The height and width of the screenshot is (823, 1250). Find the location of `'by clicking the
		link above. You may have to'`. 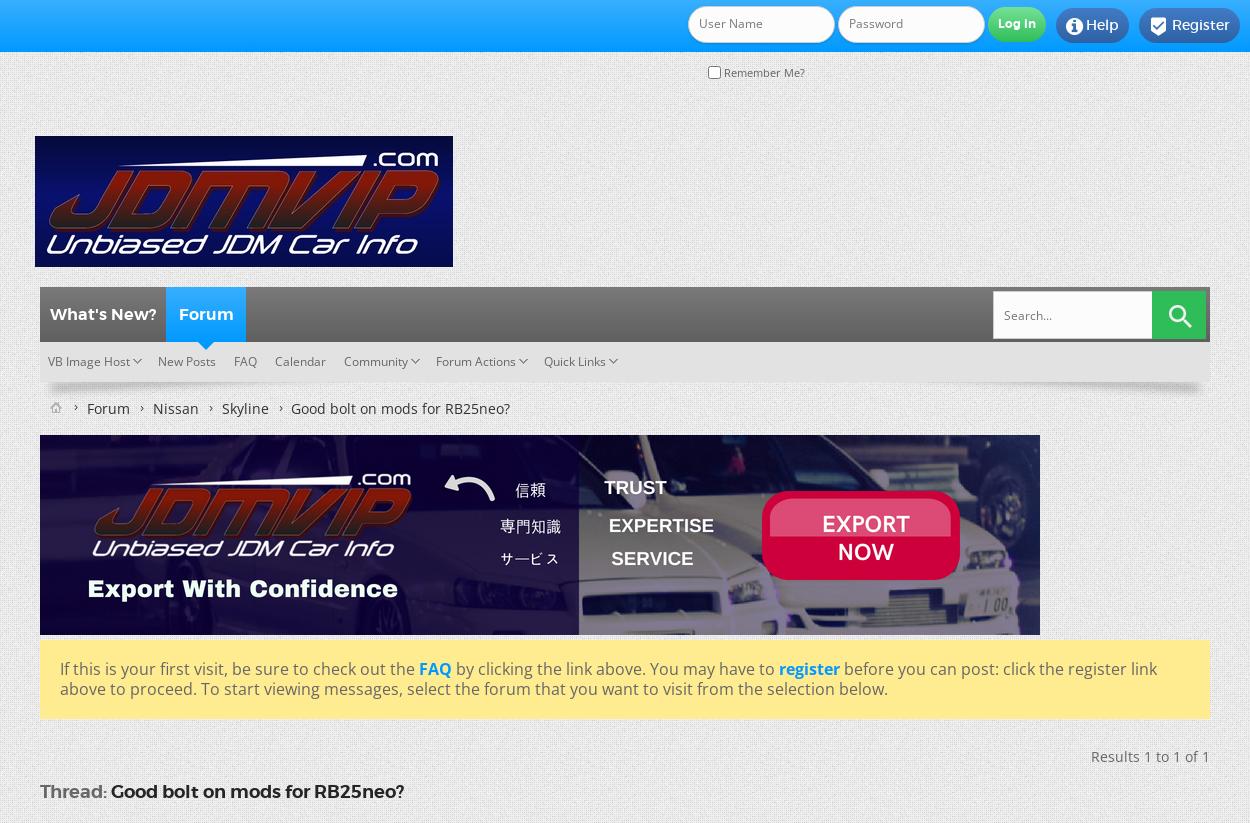

'by clicking the
		link above. You may have to' is located at coordinates (614, 668).